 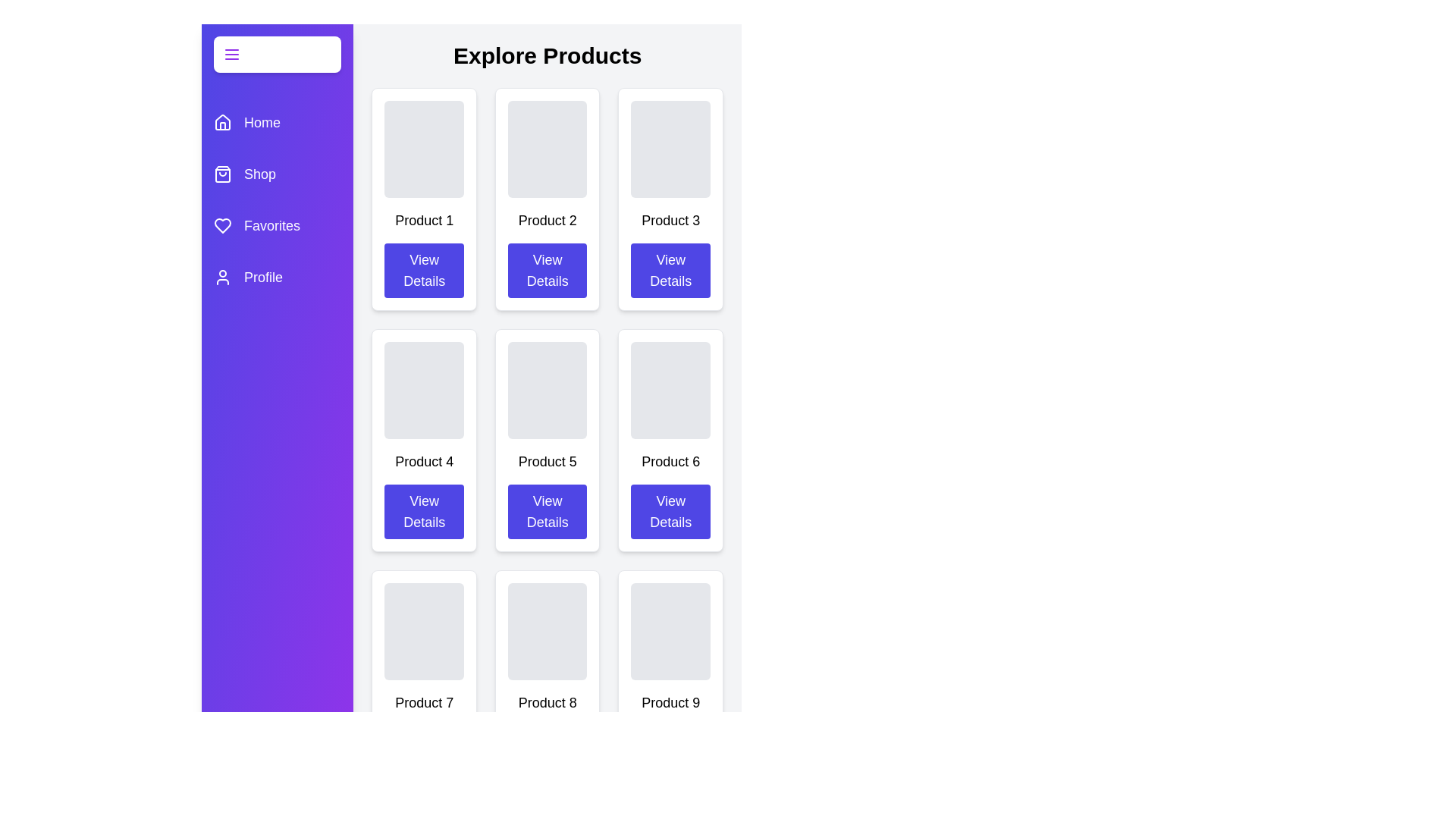 I want to click on the Favorites category in the drawer, so click(x=277, y=225).